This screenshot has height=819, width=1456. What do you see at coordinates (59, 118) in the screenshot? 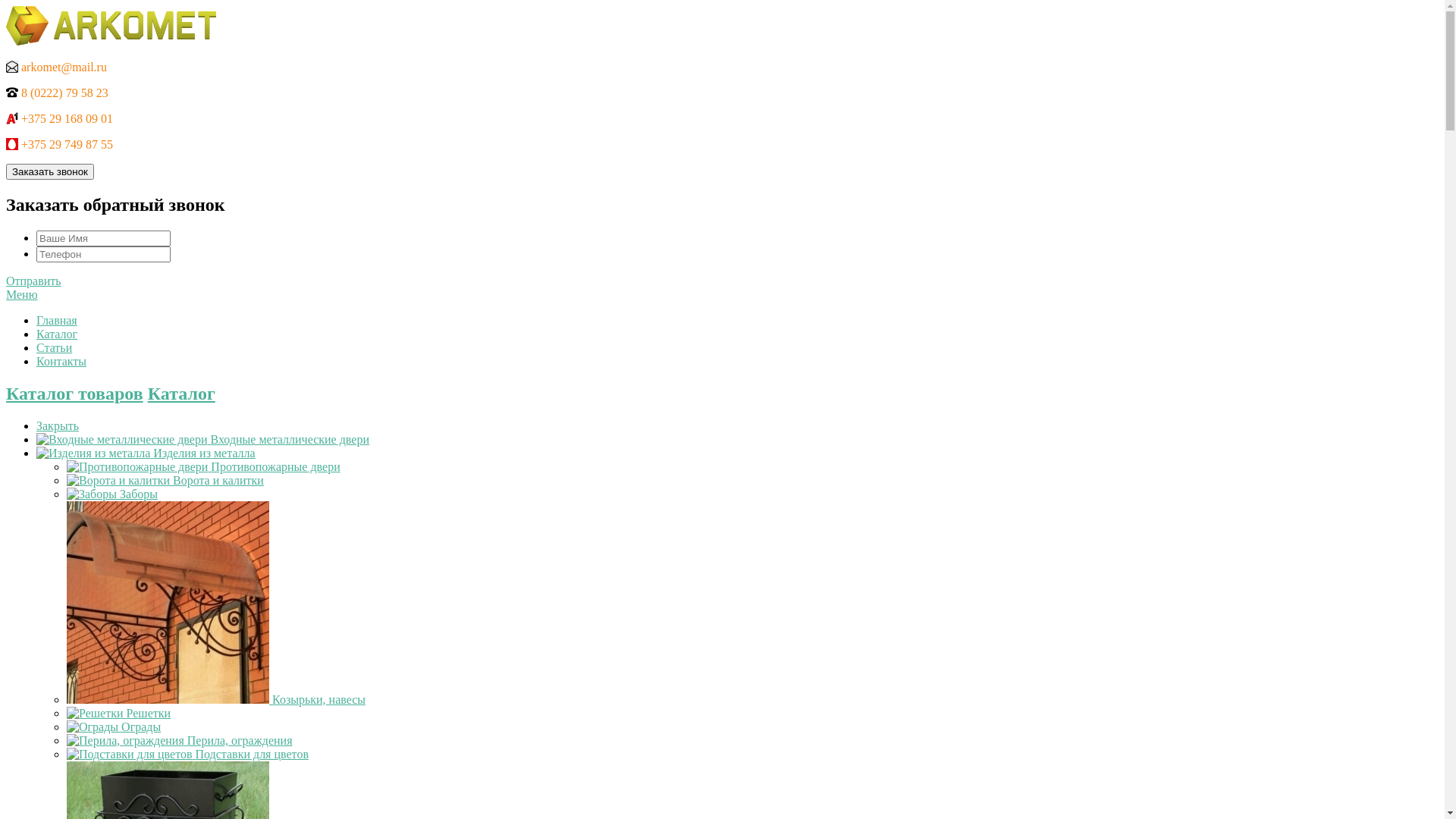
I see `'+375 29 168 09 01'` at bounding box center [59, 118].